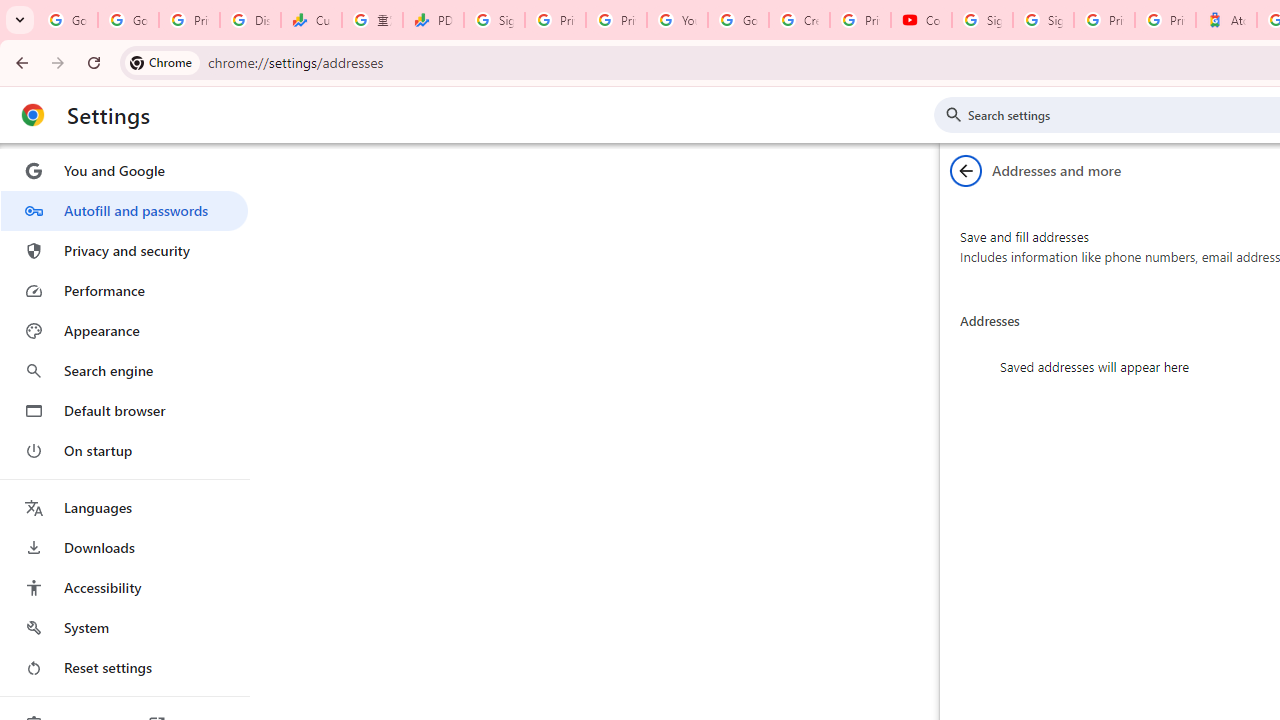 Image resolution: width=1280 pixels, height=720 pixels. Describe the element at coordinates (432, 20) in the screenshot. I see `'PDD Holdings Inc - ADR (PDD) Price & News - Google Finance'` at that location.